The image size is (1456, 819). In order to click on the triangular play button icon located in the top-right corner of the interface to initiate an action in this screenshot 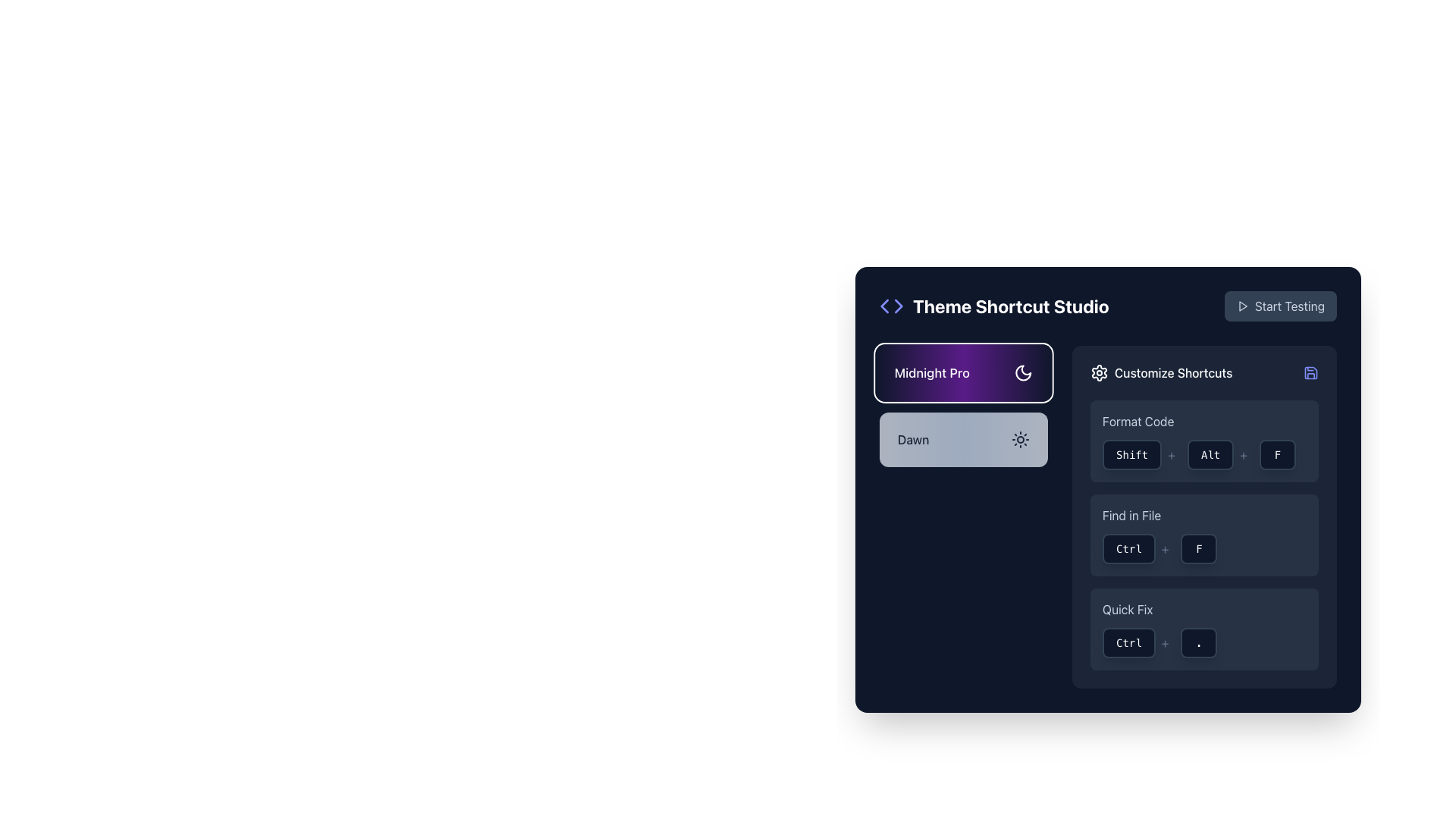, I will do `click(1242, 306)`.